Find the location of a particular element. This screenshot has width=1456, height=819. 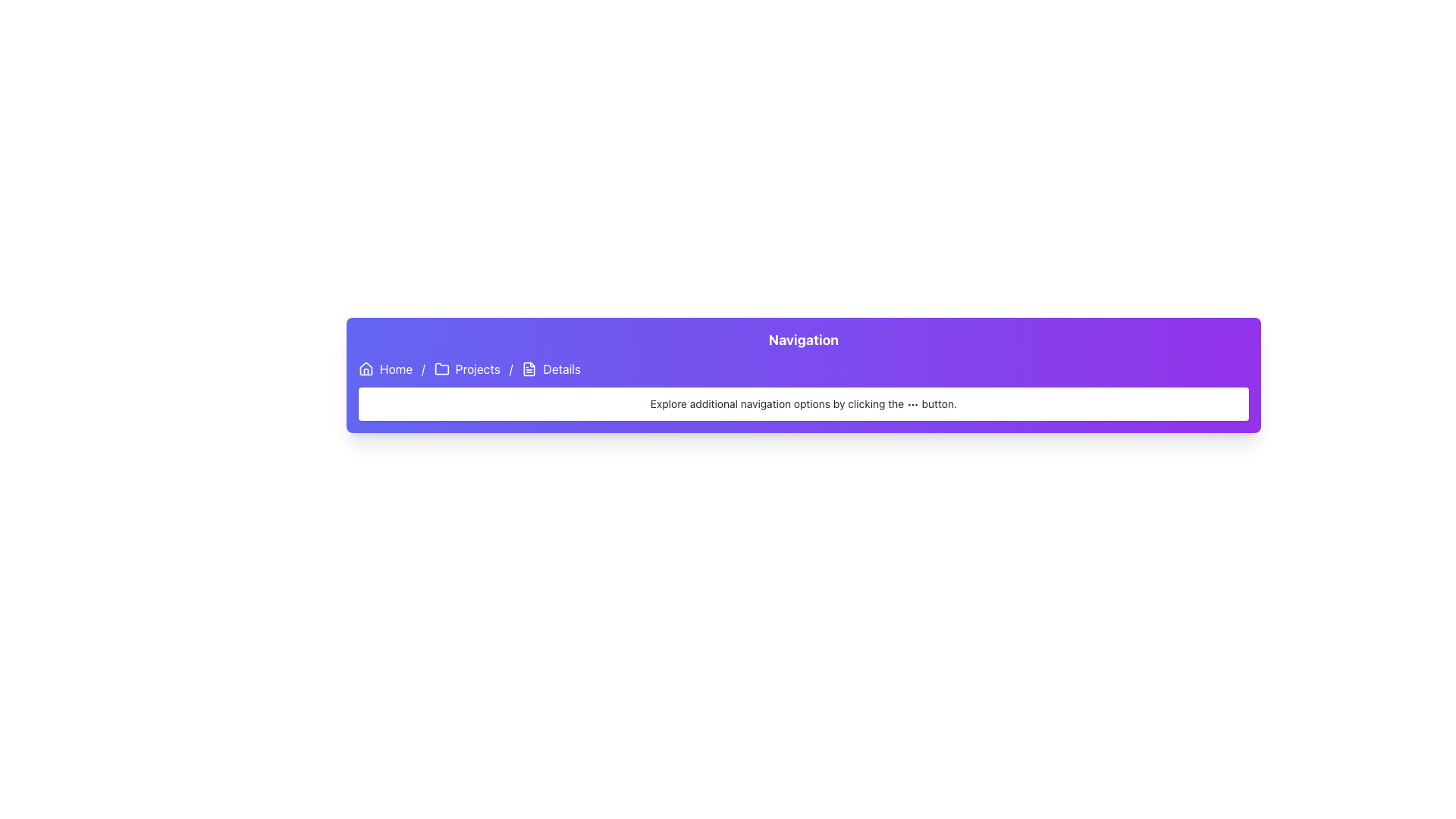

the second breadcrumb item labeled 'Projects' in the breadcrumb navigation bar is located at coordinates (466, 369).